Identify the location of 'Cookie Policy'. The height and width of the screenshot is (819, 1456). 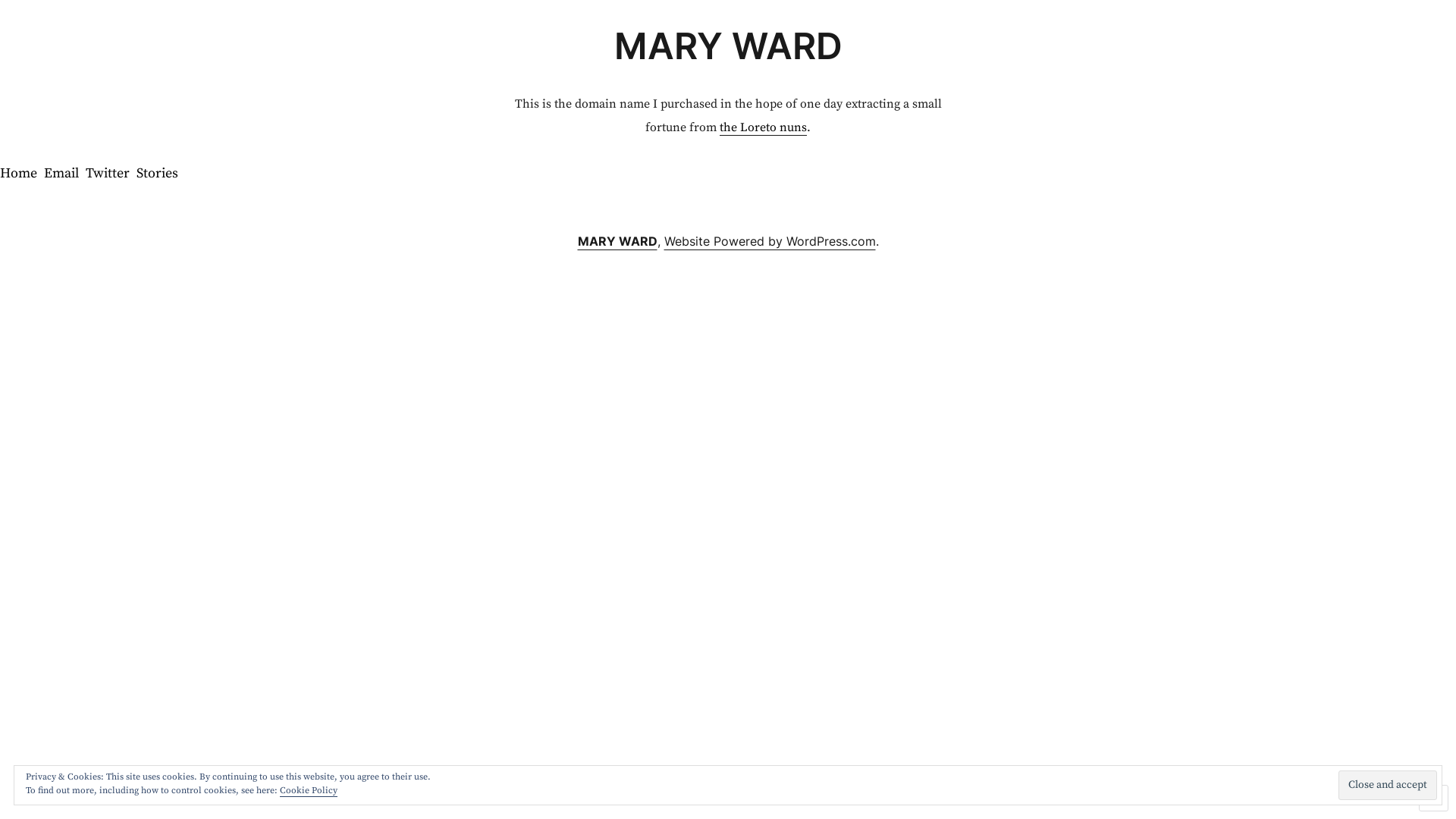
(308, 789).